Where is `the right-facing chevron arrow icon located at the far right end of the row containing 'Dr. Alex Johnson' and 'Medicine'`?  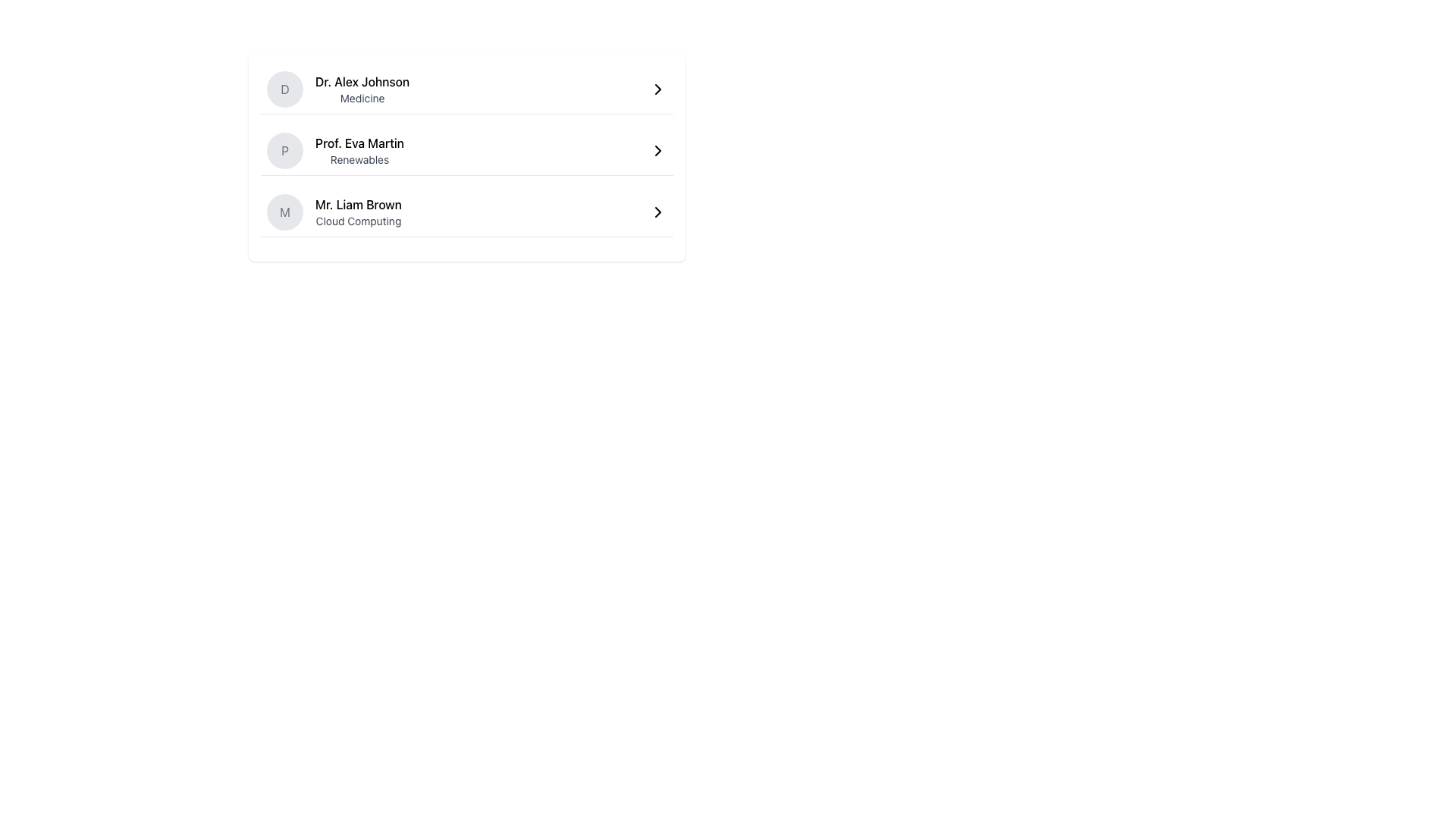
the right-facing chevron arrow icon located at the far right end of the row containing 'Dr. Alex Johnson' and 'Medicine' is located at coordinates (658, 89).